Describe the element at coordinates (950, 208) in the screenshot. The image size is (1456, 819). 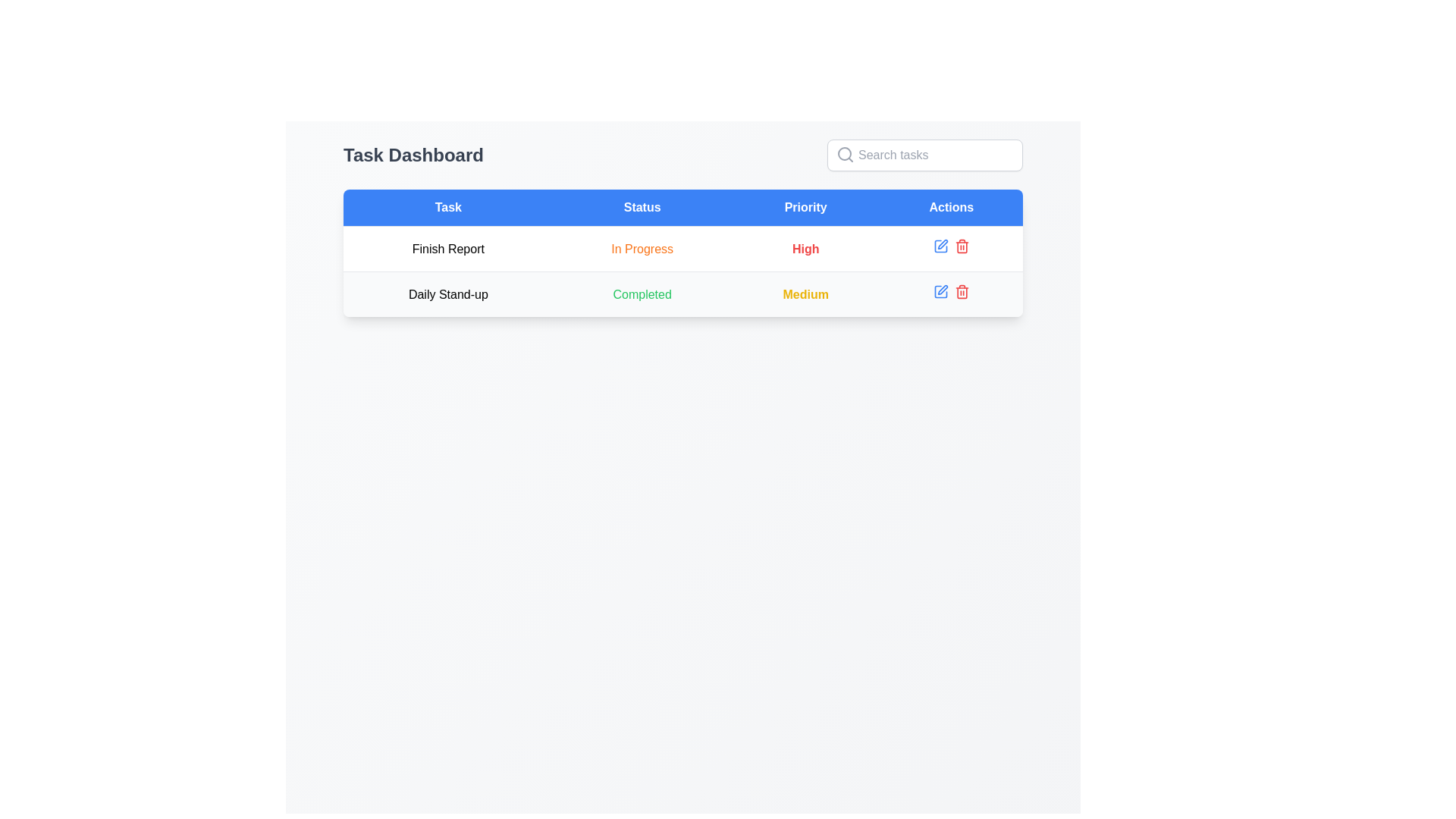
I see `the 'Actions' header label in the table, which is the fourth header on the far right in its row, adjacent to the 'Priority' column header` at that location.